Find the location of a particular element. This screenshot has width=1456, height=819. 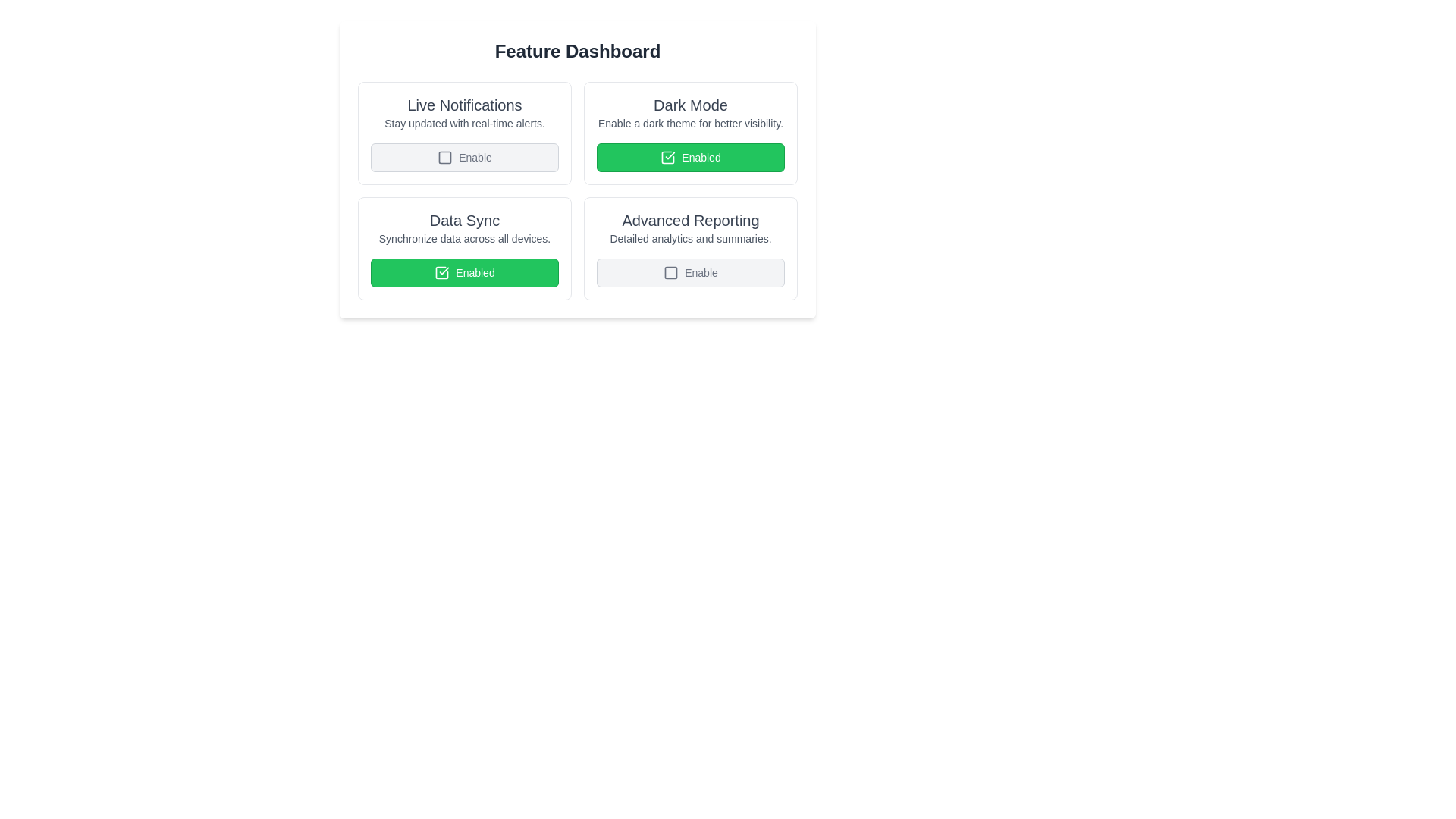

the descriptive text label located beneath the 'Data Sync' title and above the 'Enabled' checkbox is located at coordinates (464, 239).